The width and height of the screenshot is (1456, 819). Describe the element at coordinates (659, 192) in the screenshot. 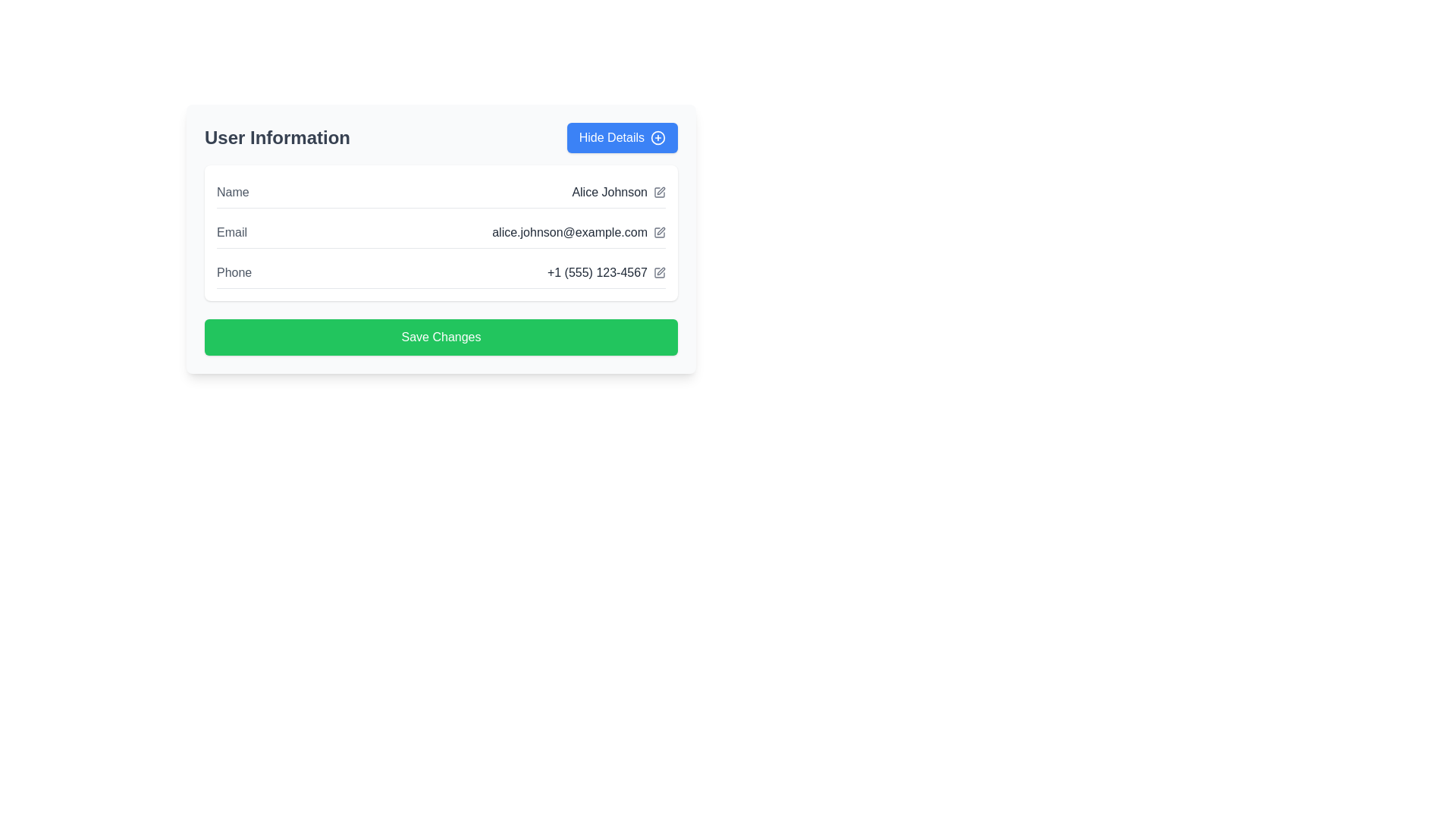

I see `the icon button located to the right of the text 'Alice Johnson' in the 'Name' row of the user information card` at that location.